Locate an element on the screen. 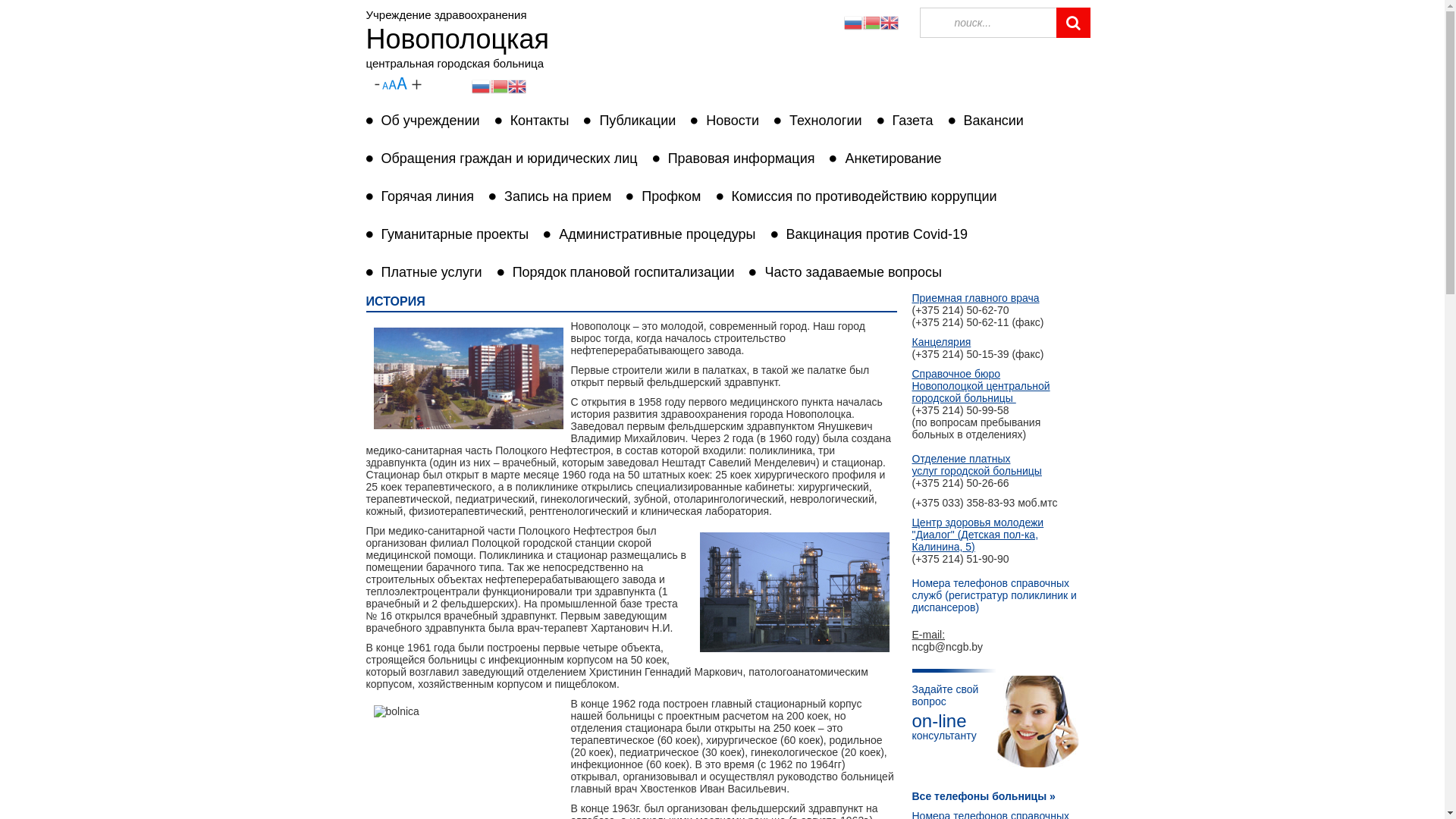 This screenshot has width=1456, height=819. 'Belarusian' is located at coordinates (870, 22).